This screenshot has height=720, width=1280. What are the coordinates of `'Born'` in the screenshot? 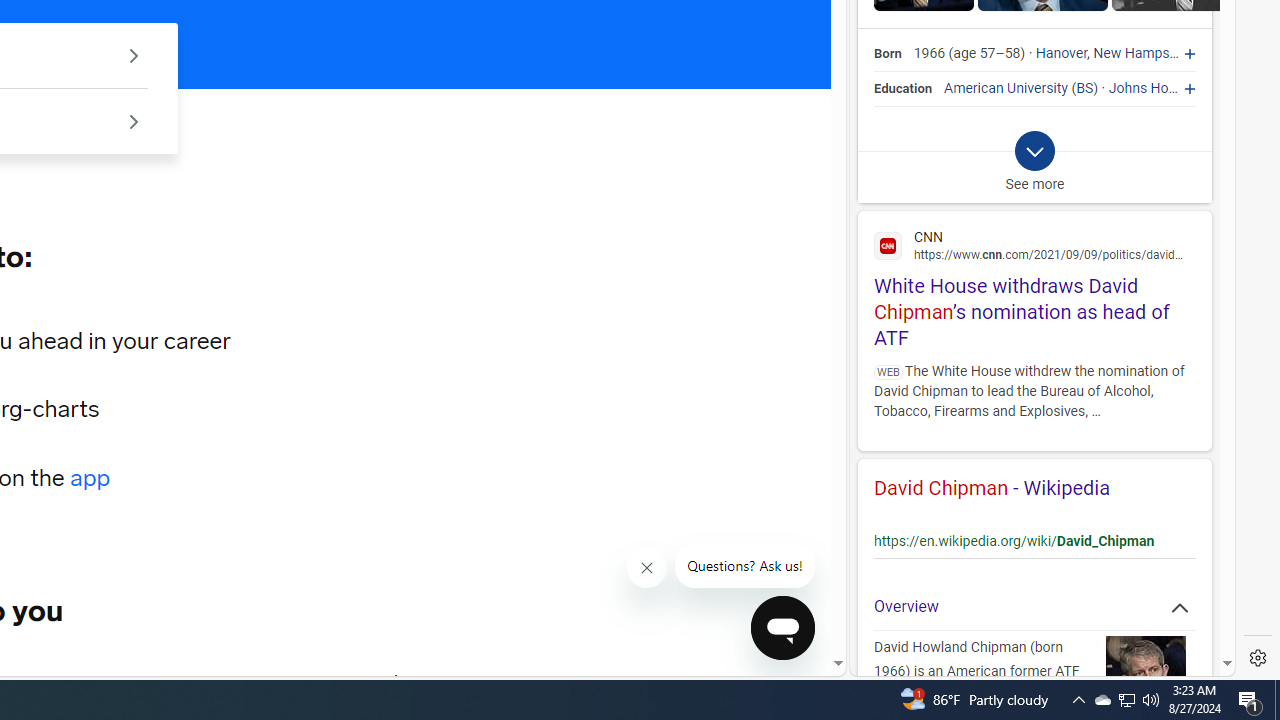 It's located at (887, 53).